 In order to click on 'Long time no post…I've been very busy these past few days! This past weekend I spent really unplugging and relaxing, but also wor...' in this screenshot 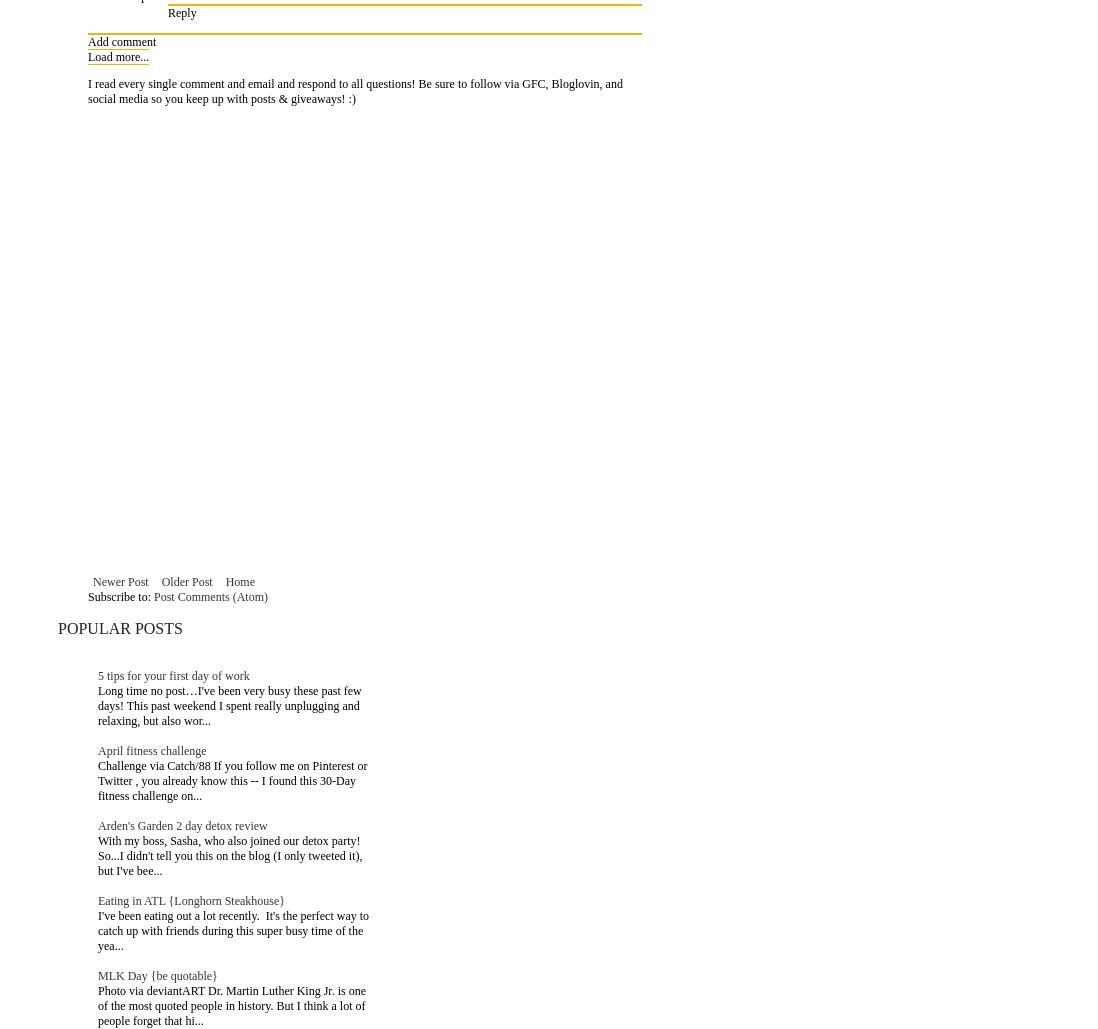, I will do `click(228, 704)`.